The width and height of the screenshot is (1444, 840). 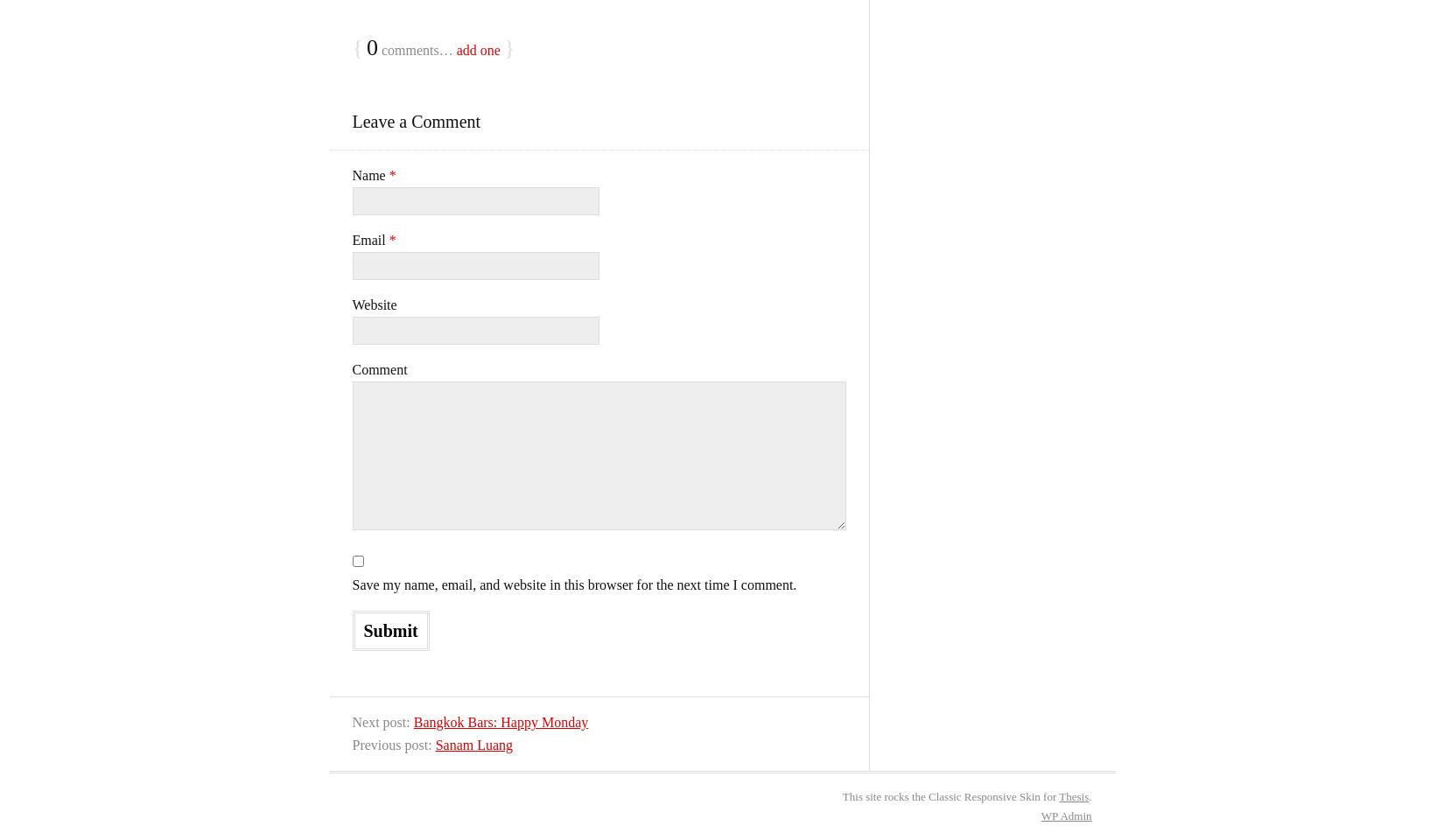 What do you see at coordinates (1040, 815) in the screenshot?
I see `'WP'` at bounding box center [1040, 815].